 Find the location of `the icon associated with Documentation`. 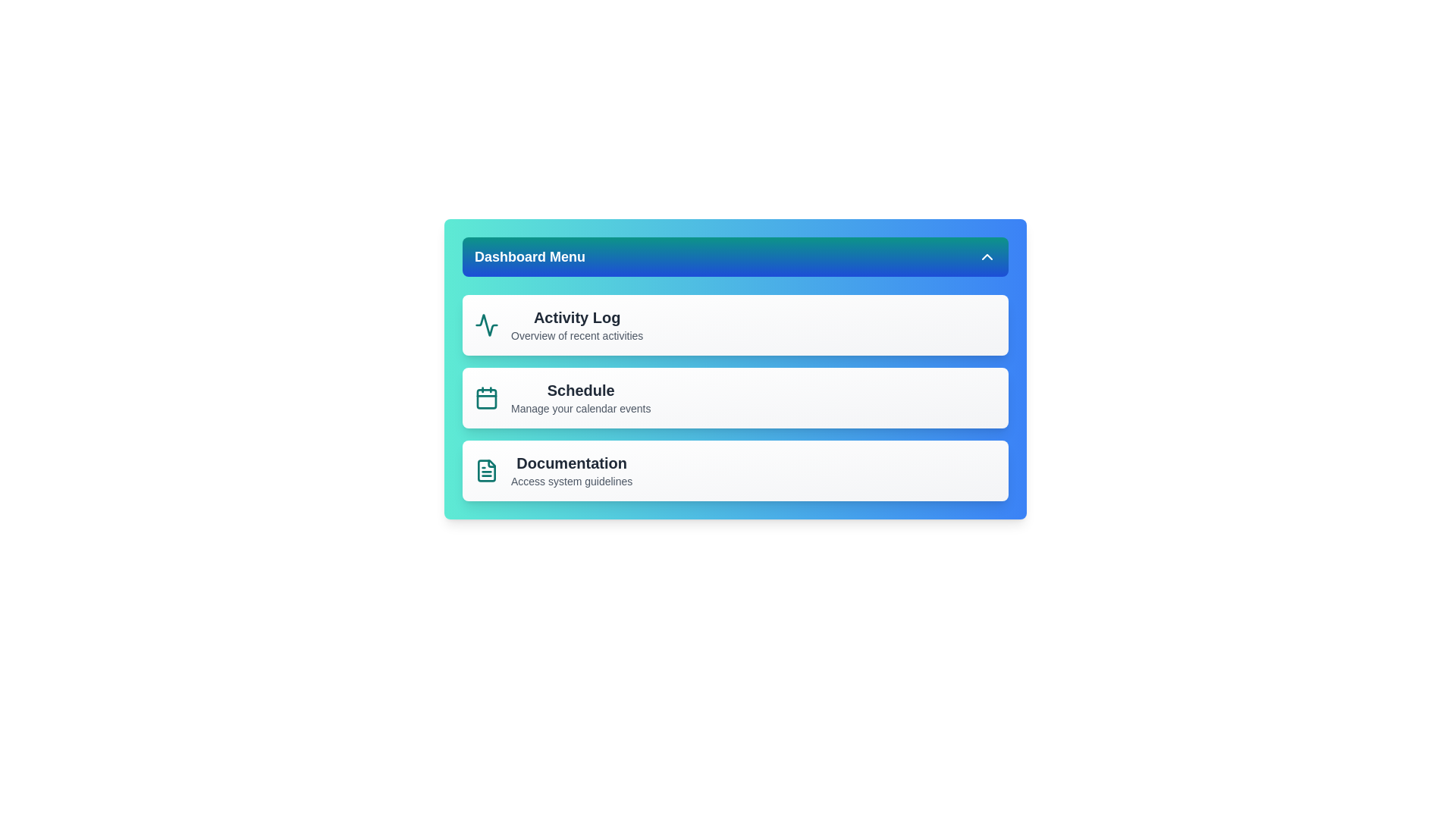

the icon associated with Documentation is located at coordinates (487, 470).